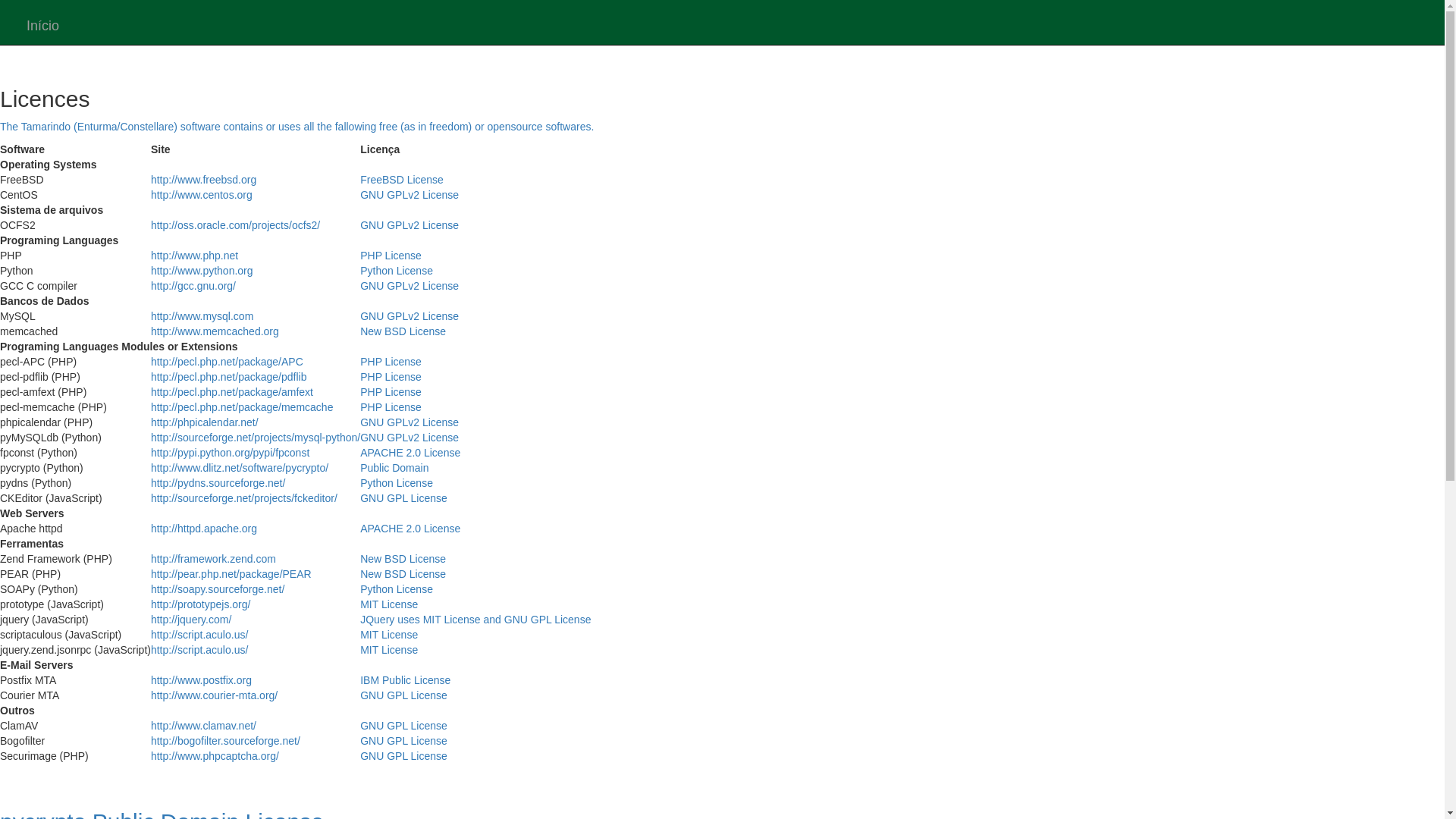 This screenshot has width=1456, height=819. What do you see at coordinates (199, 648) in the screenshot?
I see `'http://script.aculo.us/'` at bounding box center [199, 648].